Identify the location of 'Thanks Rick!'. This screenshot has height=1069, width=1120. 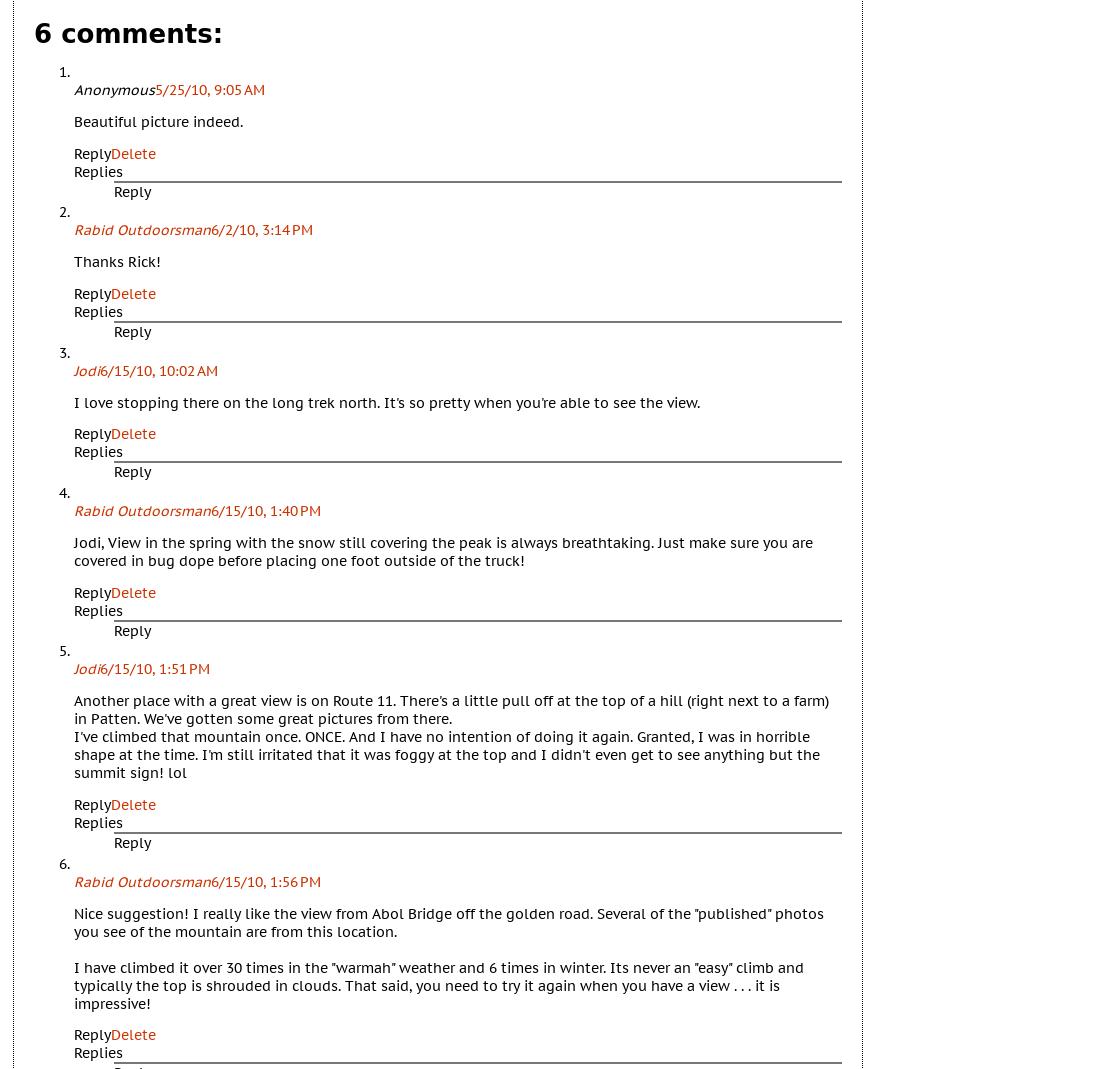
(117, 261).